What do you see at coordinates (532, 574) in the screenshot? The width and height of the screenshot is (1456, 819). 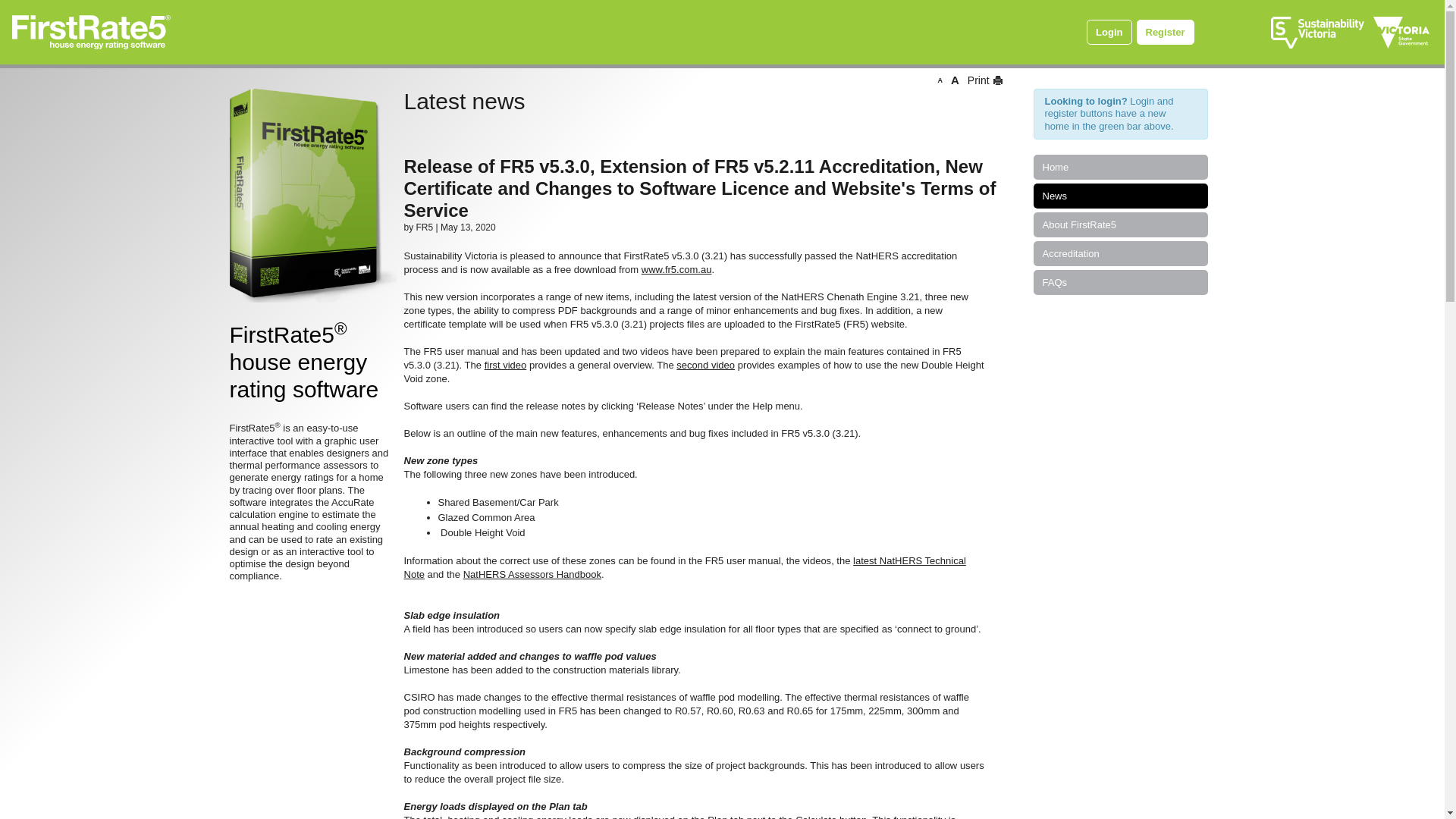 I see `'NatHERS Assessors Handbook'` at bounding box center [532, 574].